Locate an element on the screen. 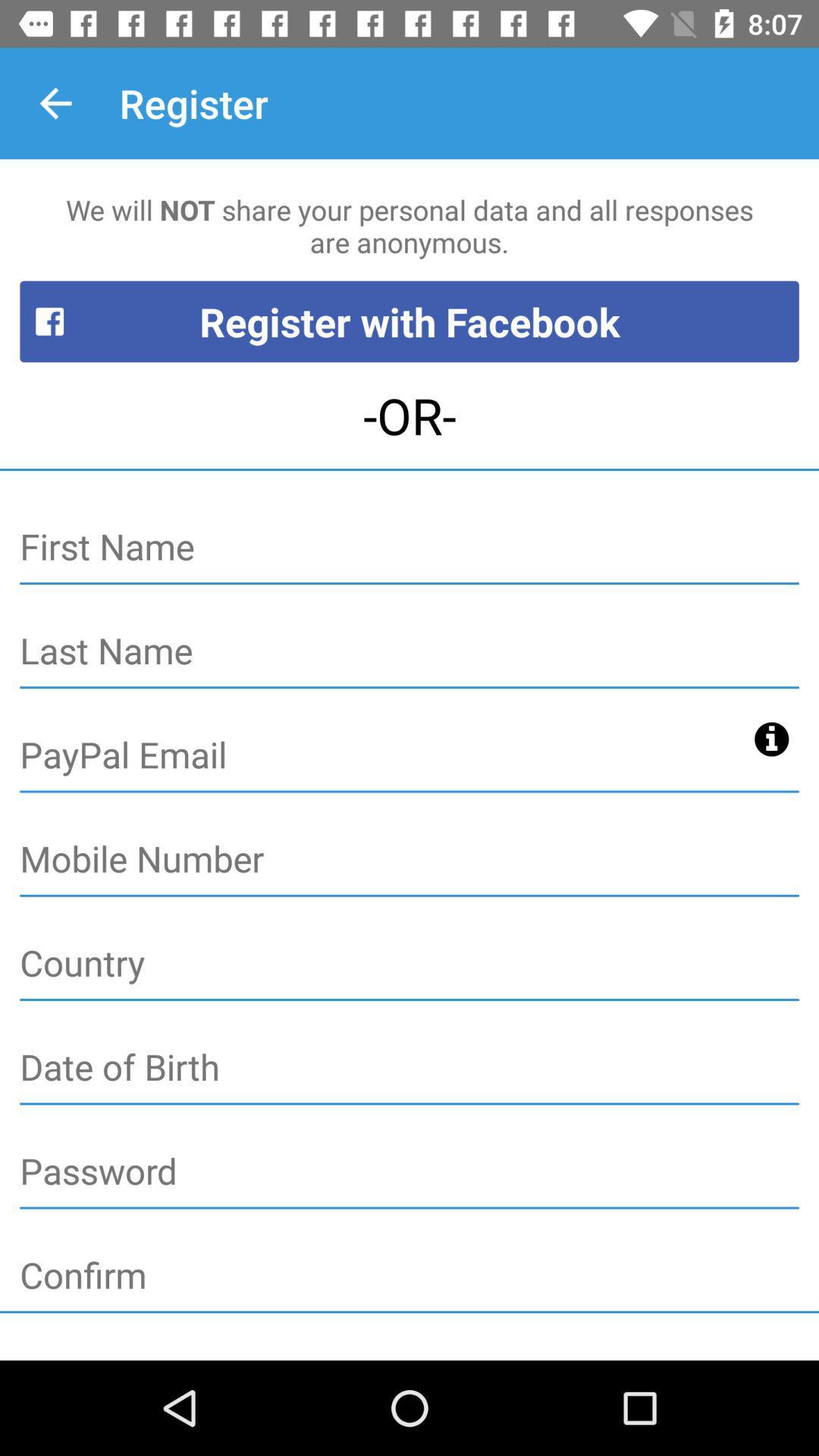  country is located at coordinates (409, 963).